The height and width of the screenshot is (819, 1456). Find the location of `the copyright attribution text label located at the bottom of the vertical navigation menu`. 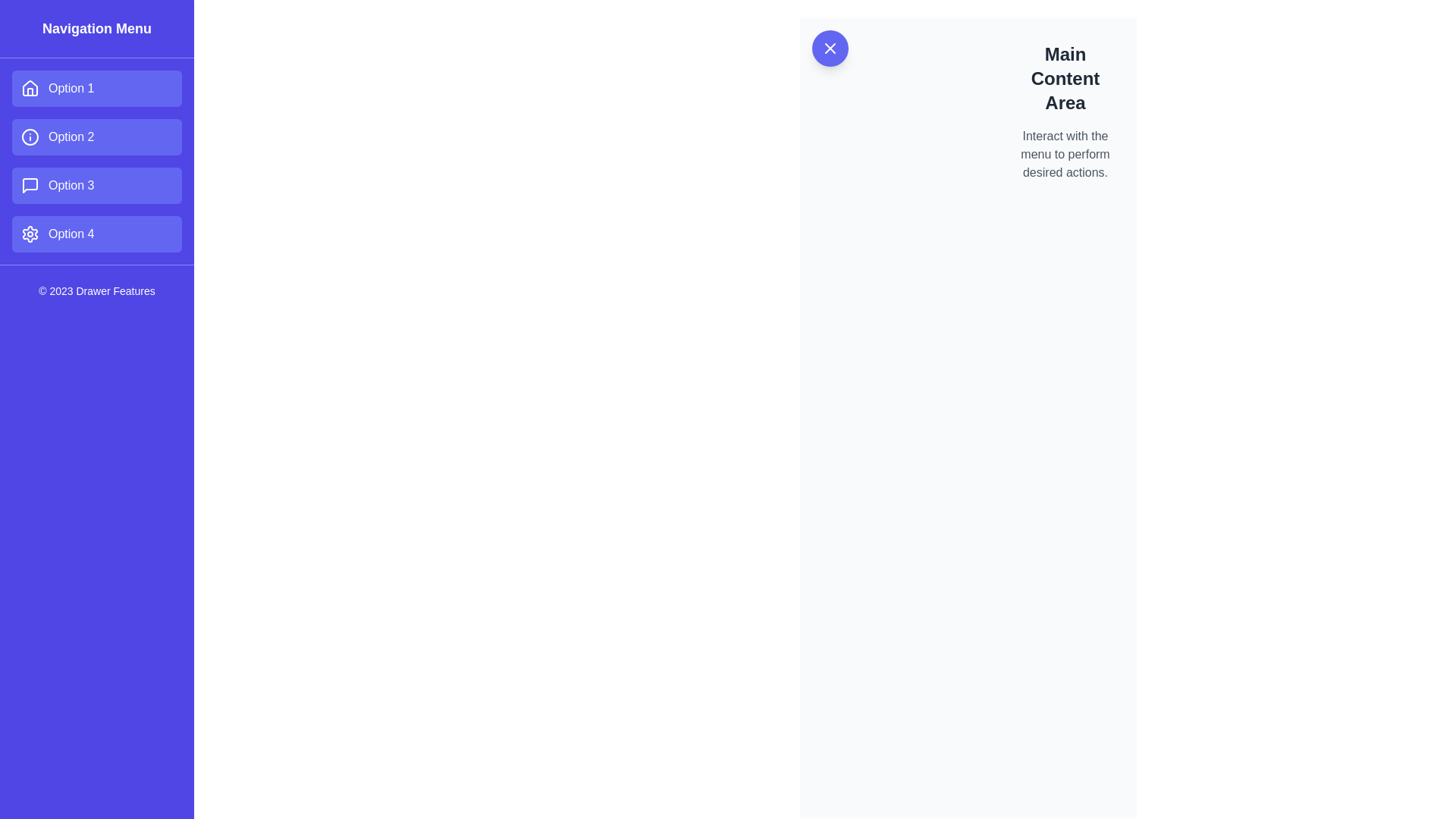

the copyright attribution text label located at the bottom of the vertical navigation menu is located at coordinates (96, 291).